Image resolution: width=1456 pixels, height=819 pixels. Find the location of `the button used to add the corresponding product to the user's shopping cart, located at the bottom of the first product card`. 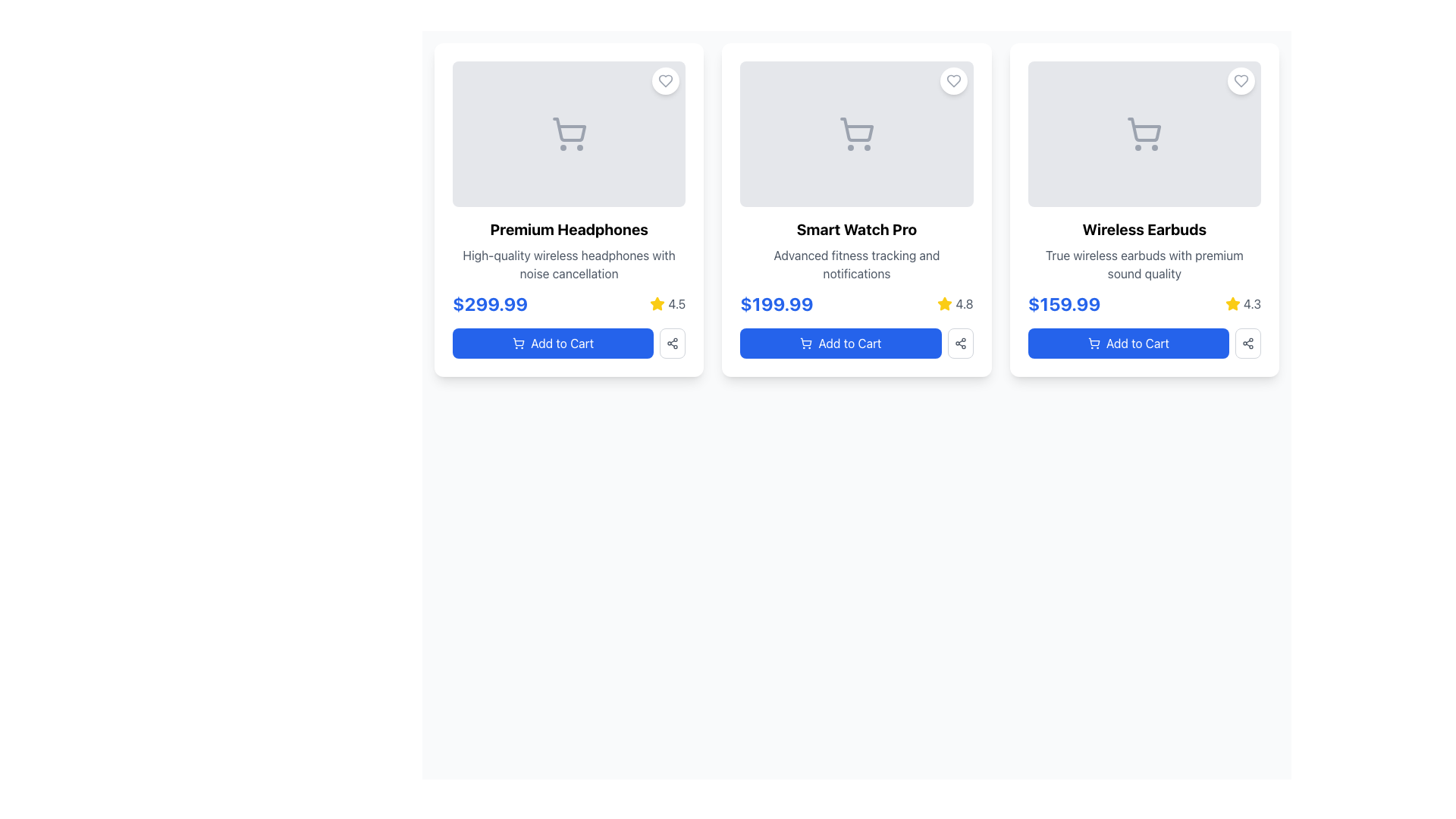

the button used to add the corresponding product to the user's shopping cart, located at the bottom of the first product card is located at coordinates (552, 343).